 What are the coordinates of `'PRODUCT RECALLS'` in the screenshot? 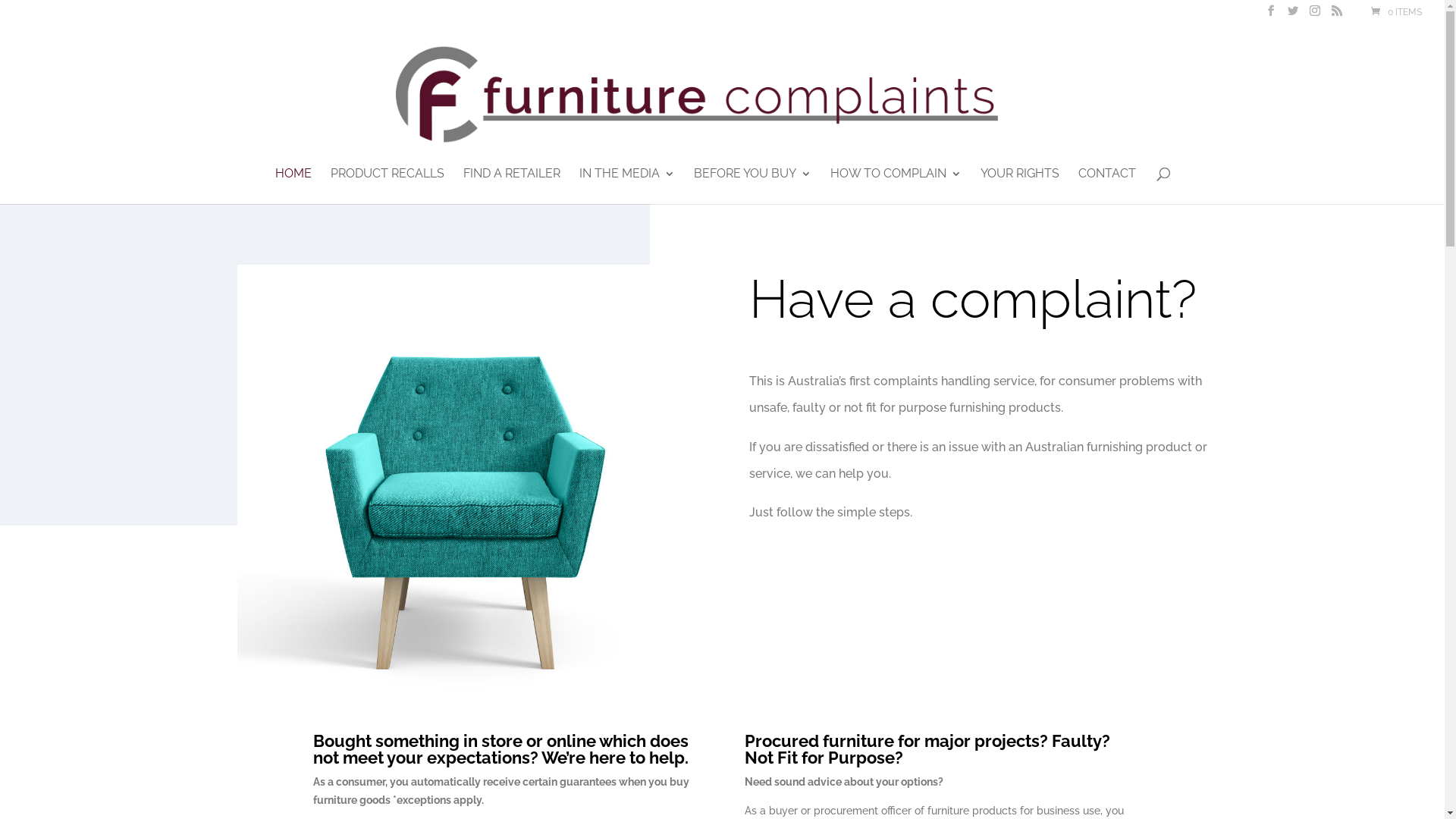 It's located at (387, 185).